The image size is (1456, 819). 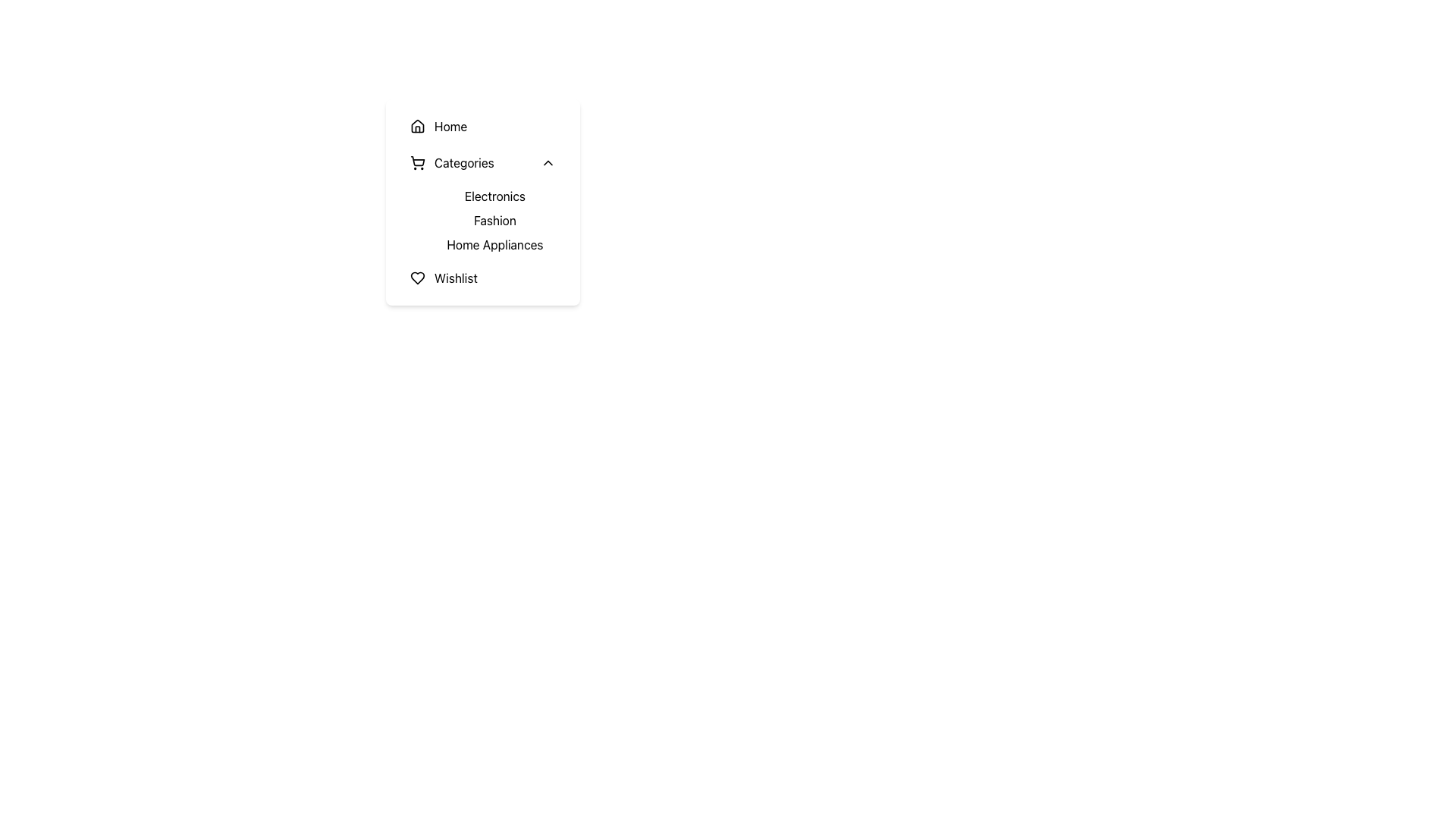 I want to click on the 'Fashion' link in the Hyperlinked menu list located in the 'Categories' section, so click(x=494, y=220).